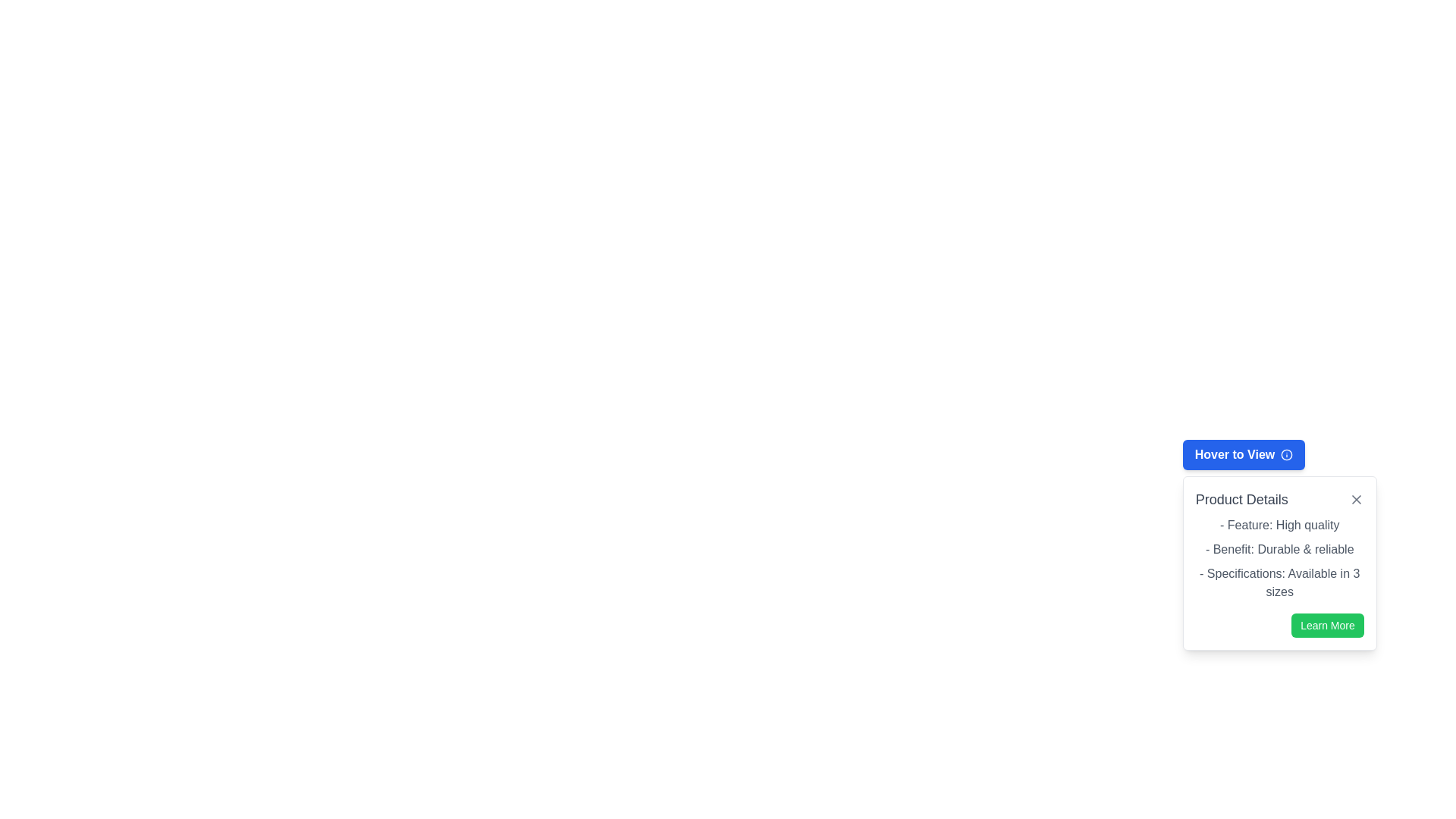 The height and width of the screenshot is (819, 1456). What do you see at coordinates (1326, 626) in the screenshot?
I see `the rectangular green button with white text 'Learn More' located at the bottom-right of the 'Product Details' card` at bounding box center [1326, 626].